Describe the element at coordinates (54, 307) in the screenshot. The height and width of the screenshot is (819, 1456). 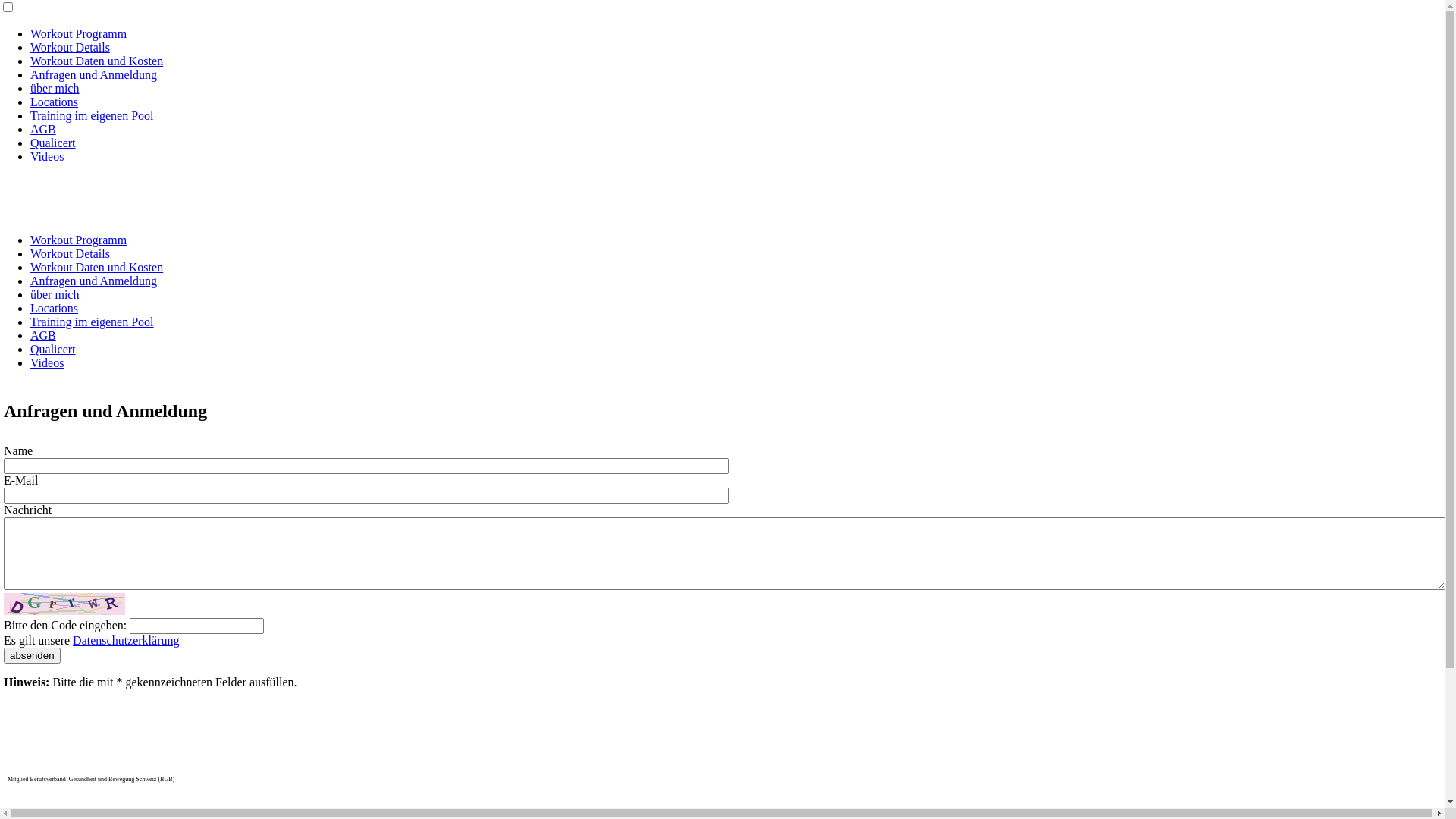
I see `'Locations'` at that location.